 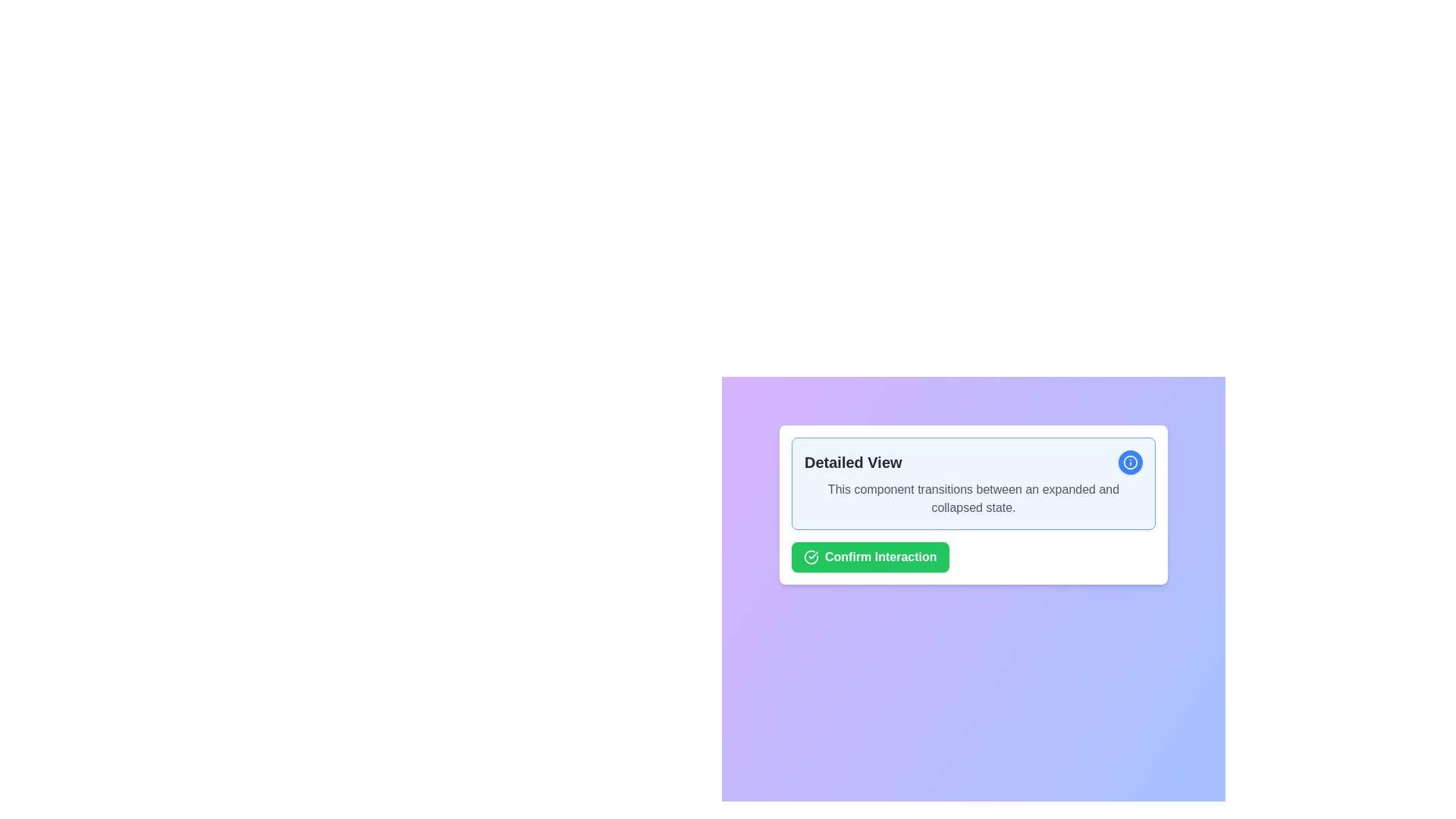 What do you see at coordinates (973, 499) in the screenshot?
I see `the static text label that reads 'This component transitions between an expanded and collapsed state.', which is styled in light gray and located within a soft blue background, positioned below the header text 'Detailed View' and above the green button labeled 'Confirm Interaction'` at bounding box center [973, 499].